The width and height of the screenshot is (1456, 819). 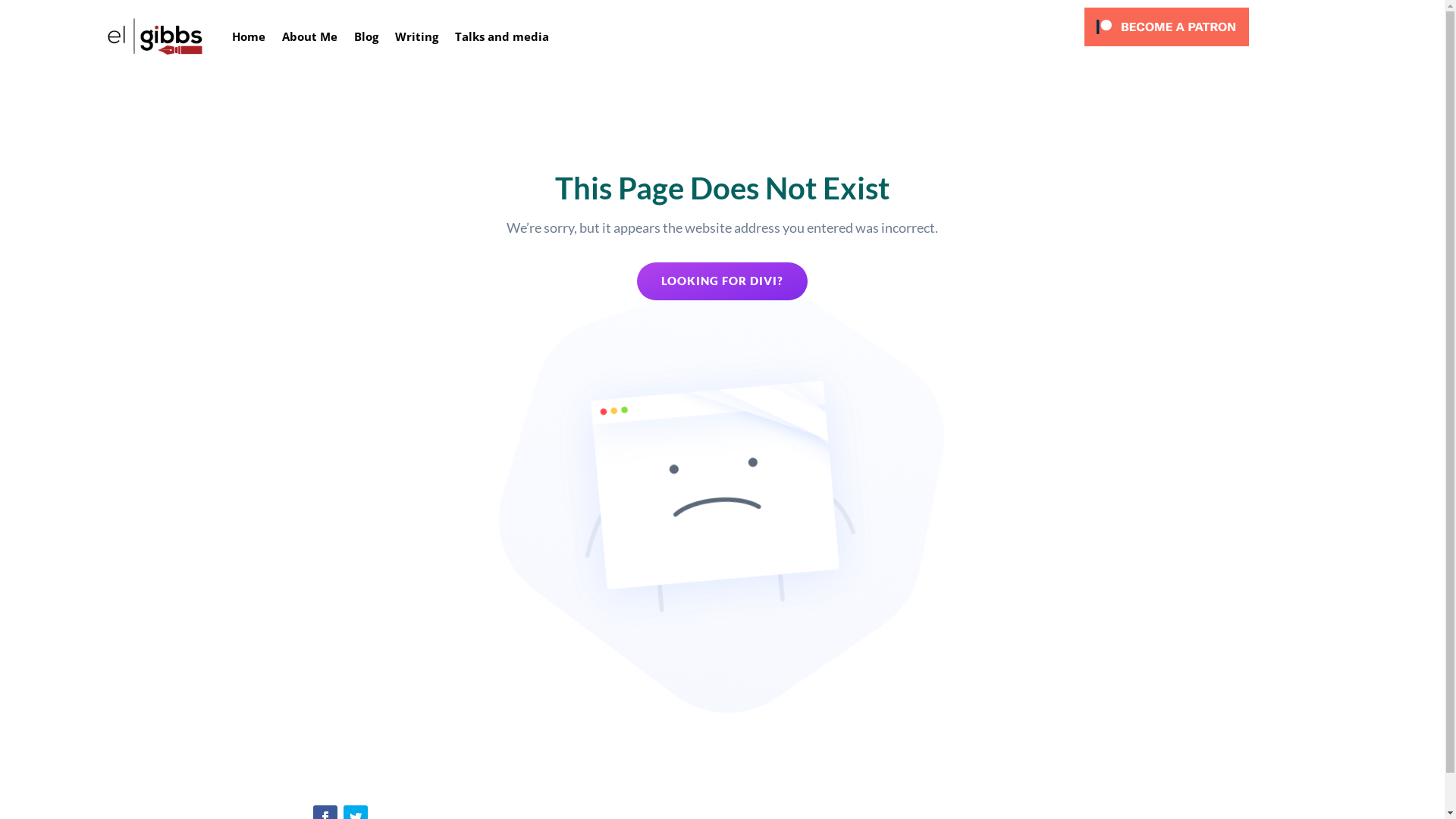 What do you see at coordinates (366, 35) in the screenshot?
I see `'Blog'` at bounding box center [366, 35].